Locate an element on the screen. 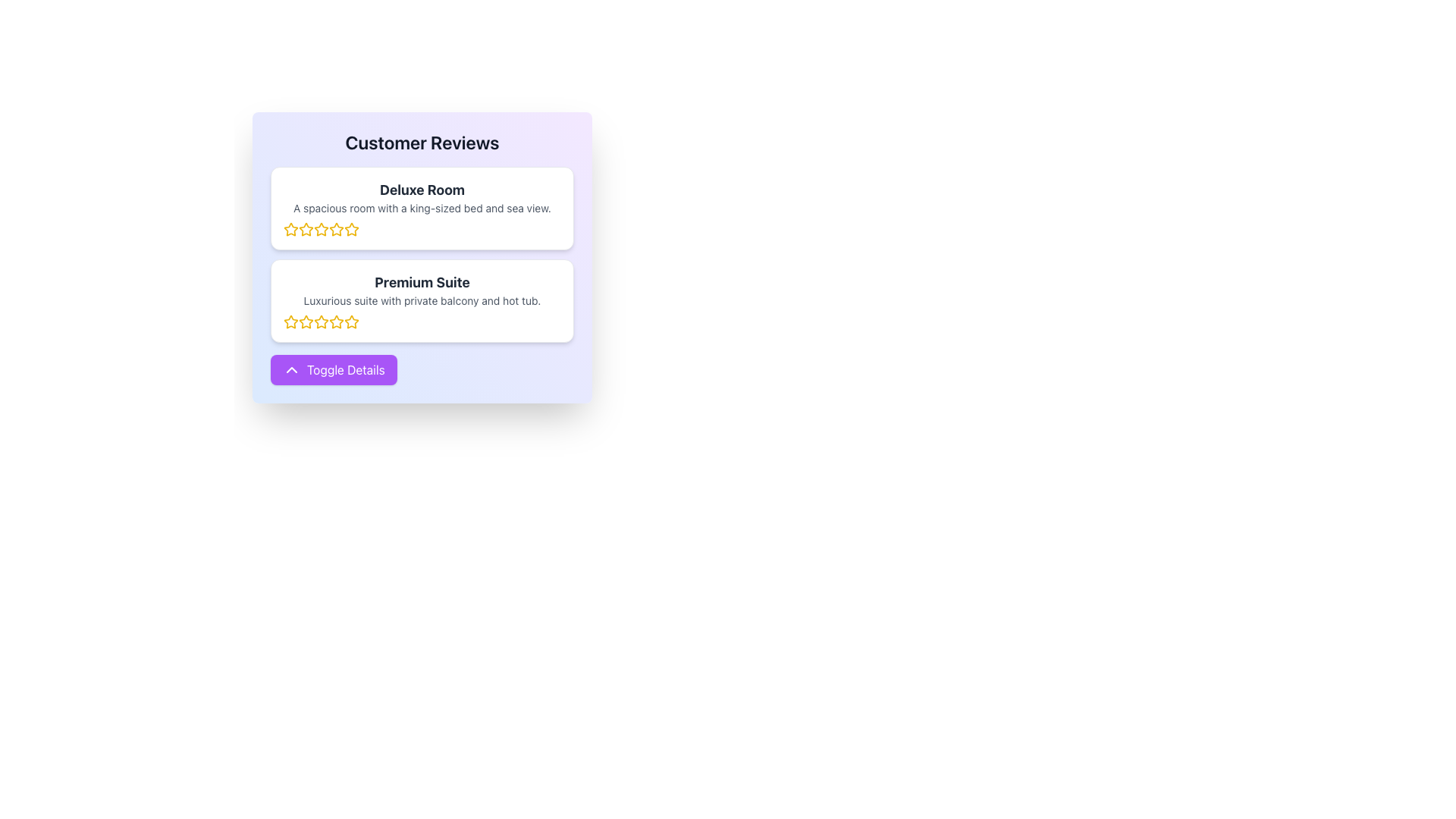 Image resolution: width=1456 pixels, height=819 pixels. the third Rating star icon in the customer review section under the 'Deluxe Room' title to rate it is located at coordinates (351, 229).